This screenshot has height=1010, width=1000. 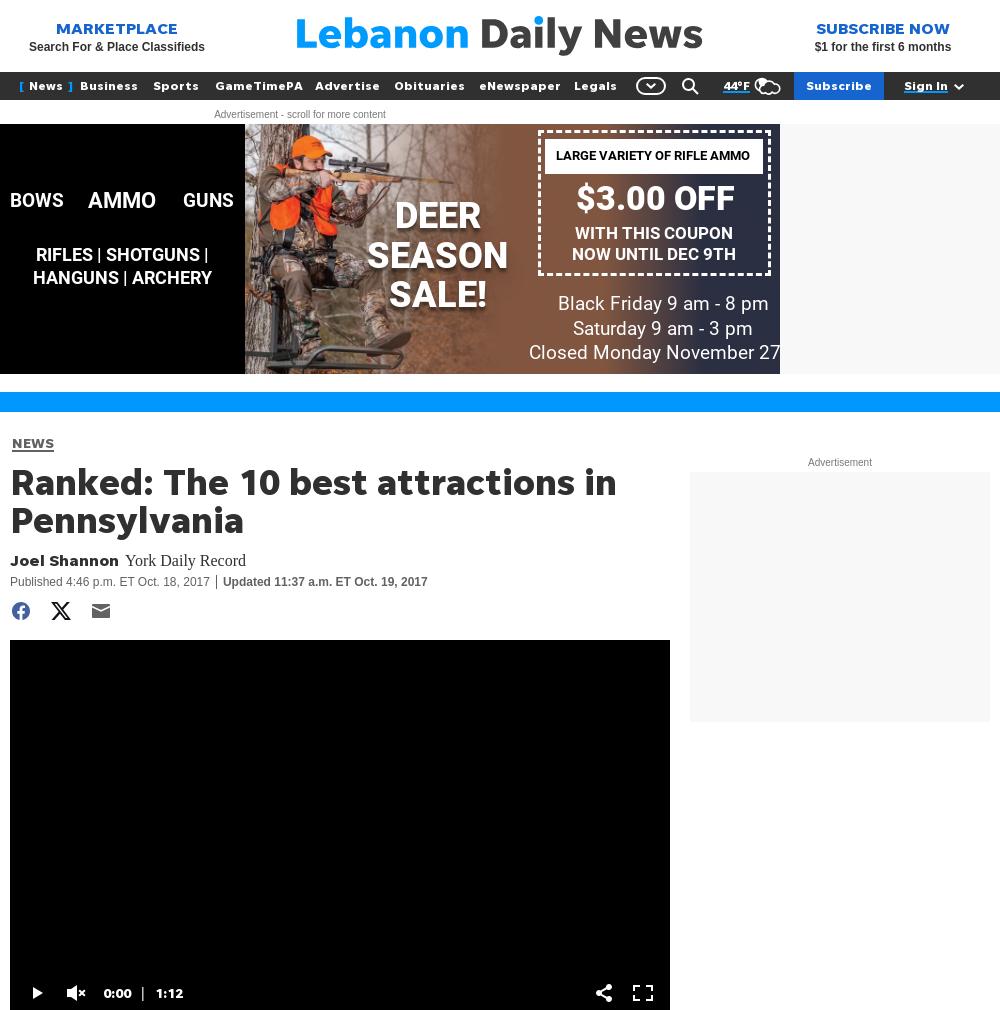 What do you see at coordinates (520, 84) in the screenshot?
I see `'eNewspaper'` at bounding box center [520, 84].